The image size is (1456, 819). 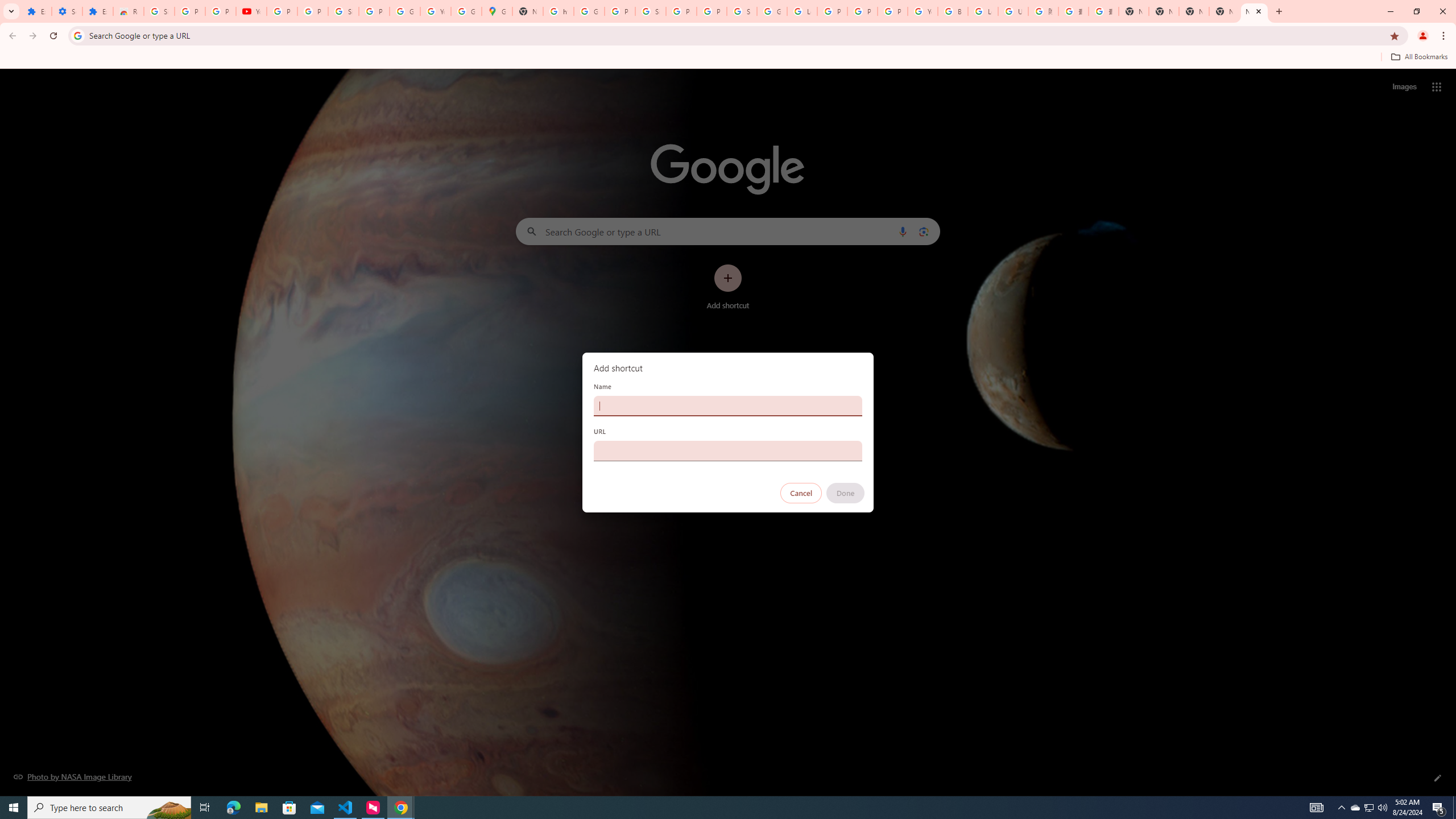 What do you see at coordinates (832, 11) in the screenshot?
I see `'Privacy Help Center - Policies Help'` at bounding box center [832, 11].